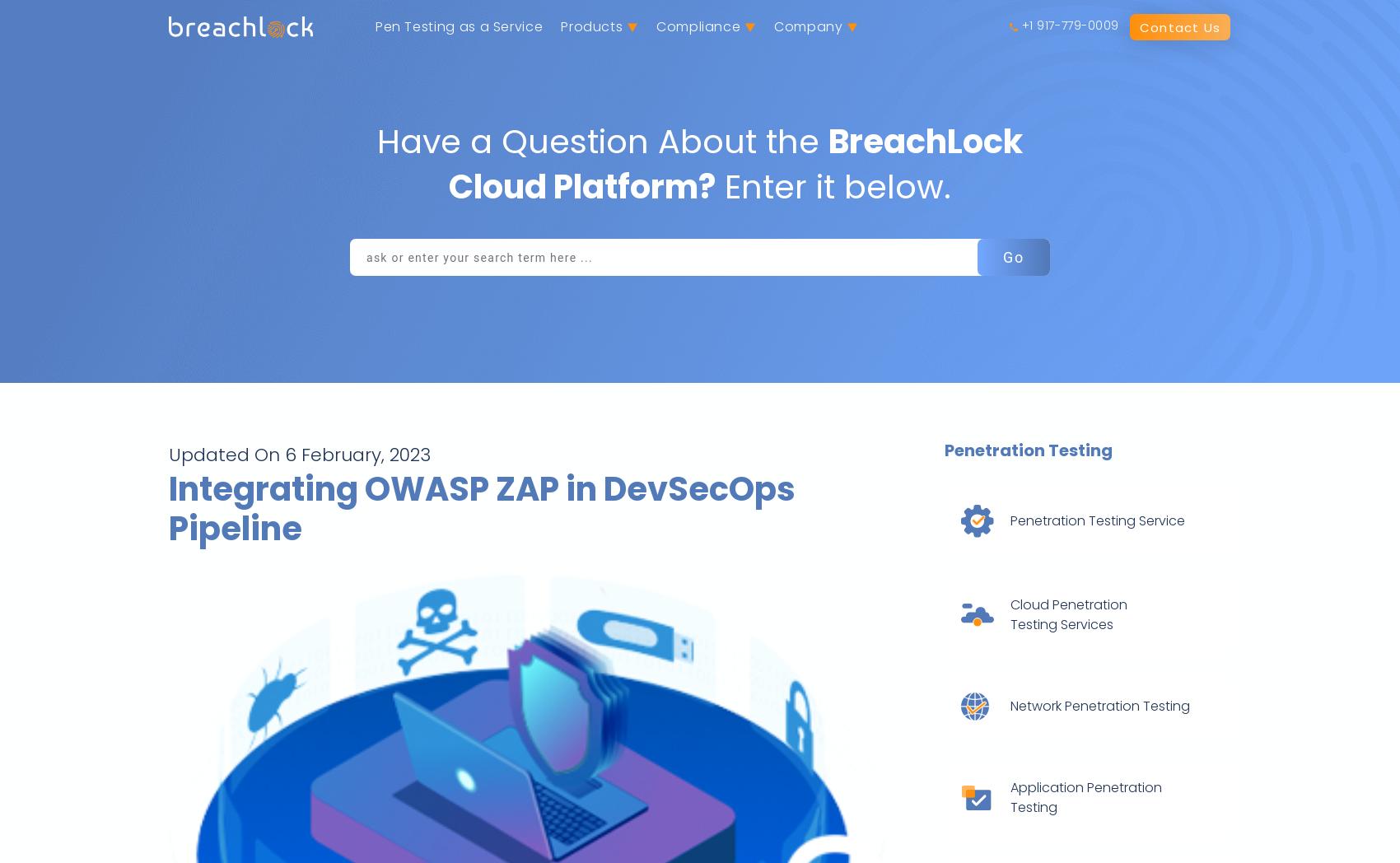 Image resolution: width=1400 pixels, height=863 pixels. What do you see at coordinates (1009, 520) in the screenshot?
I see `'Penetration Testing Service'` at bounding box center [1009, 520].